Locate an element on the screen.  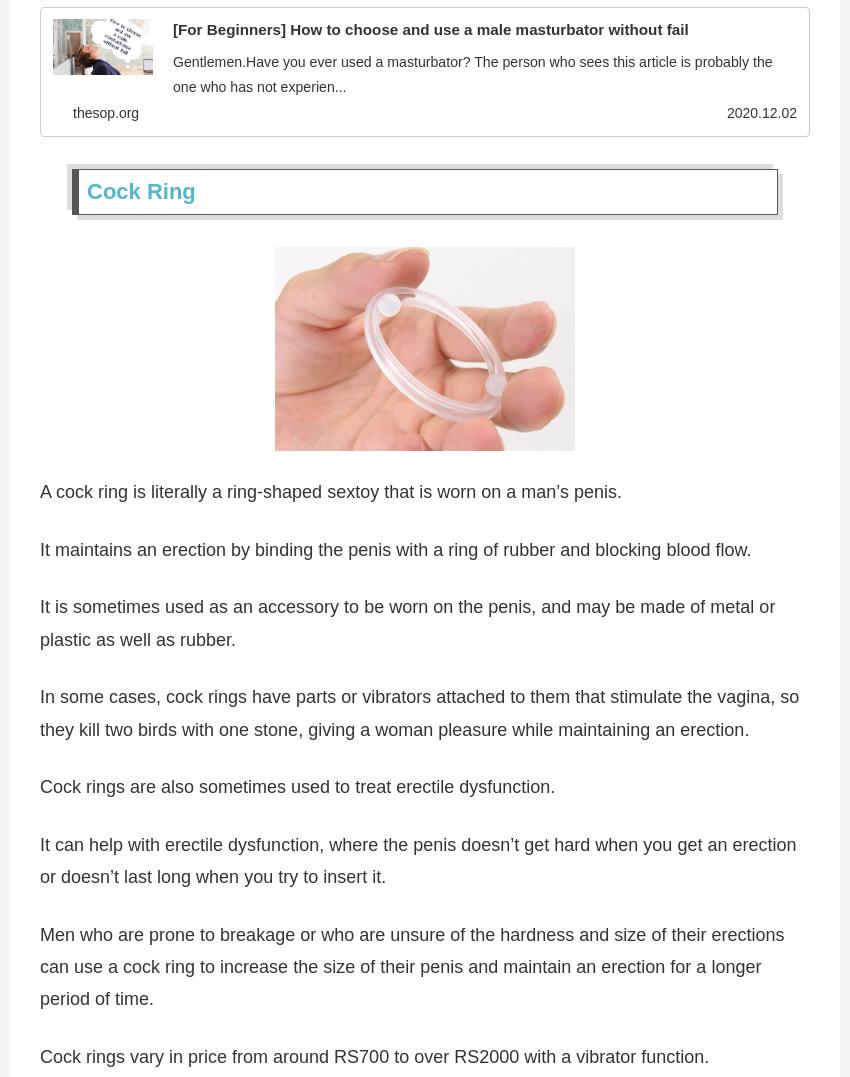
'thesop.org' is located at coordinates (73, 114).